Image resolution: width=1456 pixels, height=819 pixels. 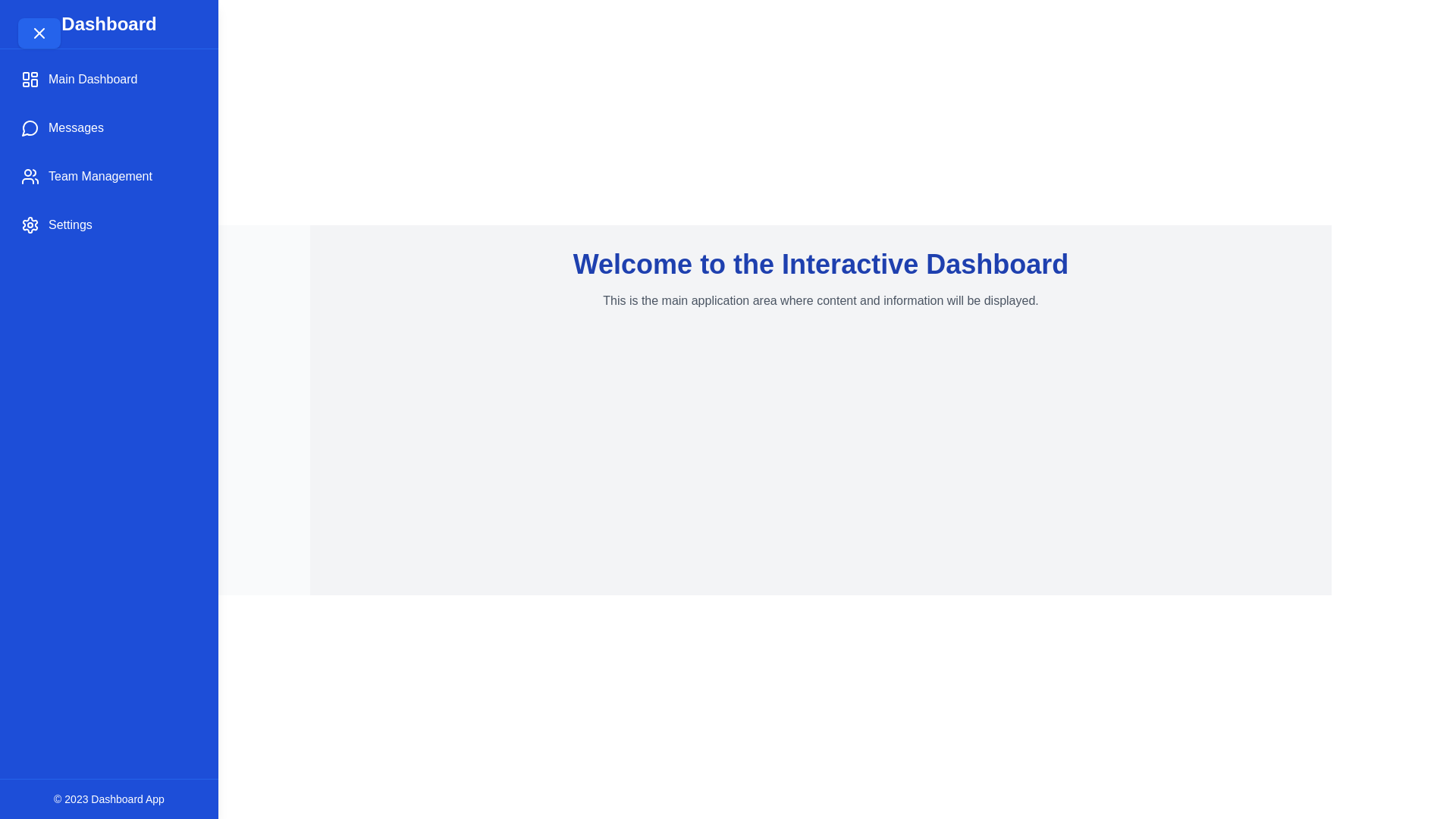 What do you see at coordinates (108, 225) in the screenshot?
I see `the 'Settings' option in the drawer to navigate to the 'Settings' section` at bounding box center [108, 225].